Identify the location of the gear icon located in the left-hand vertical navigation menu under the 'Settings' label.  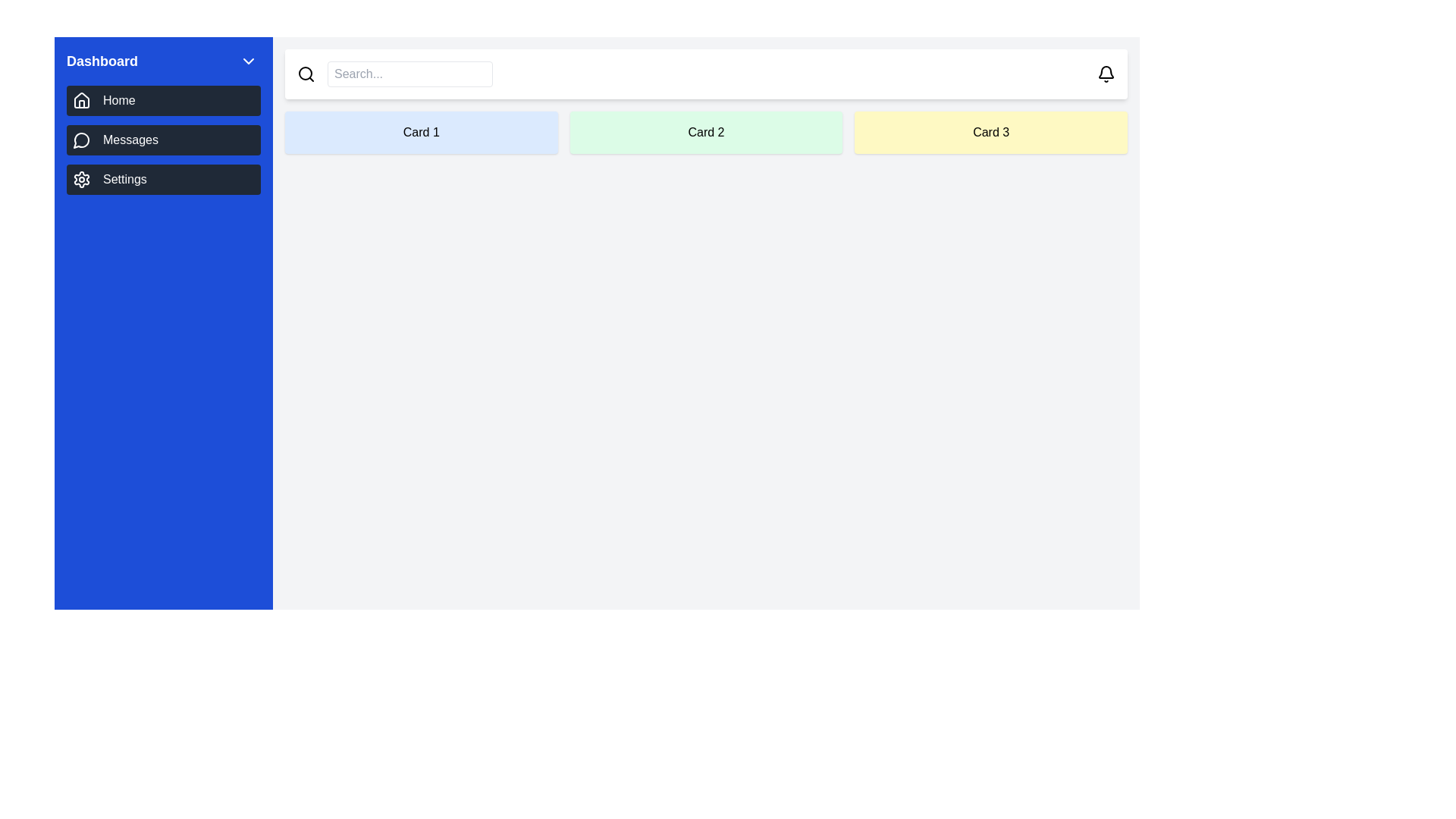
(81, 178).